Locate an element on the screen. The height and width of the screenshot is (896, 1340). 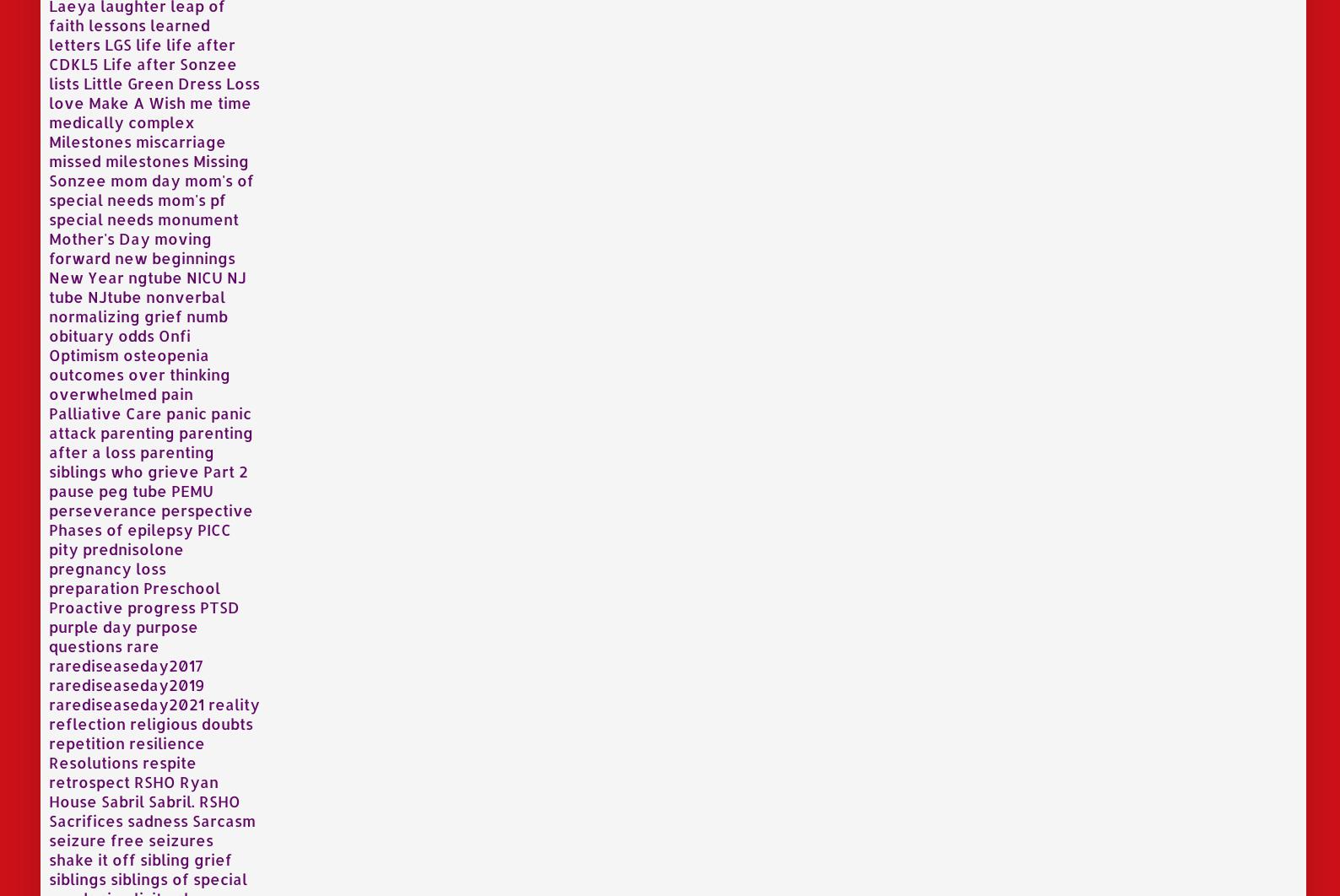
'rarediseaseday2021' is located at coordinates (126, 702).